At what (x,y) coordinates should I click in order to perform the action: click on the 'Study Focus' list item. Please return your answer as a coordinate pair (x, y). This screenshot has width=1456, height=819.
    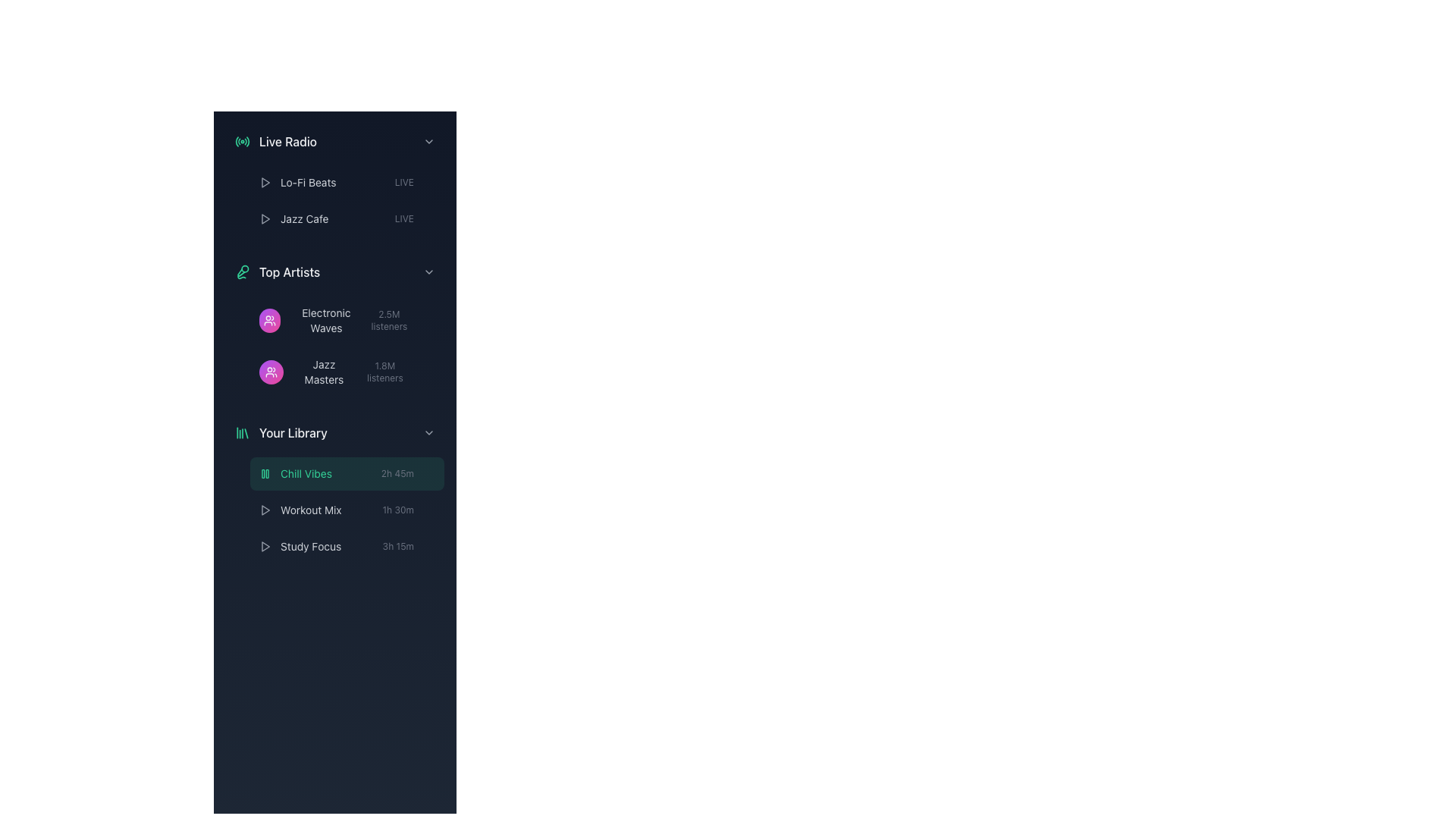
    Looking at the image, I should click on (300, 547).